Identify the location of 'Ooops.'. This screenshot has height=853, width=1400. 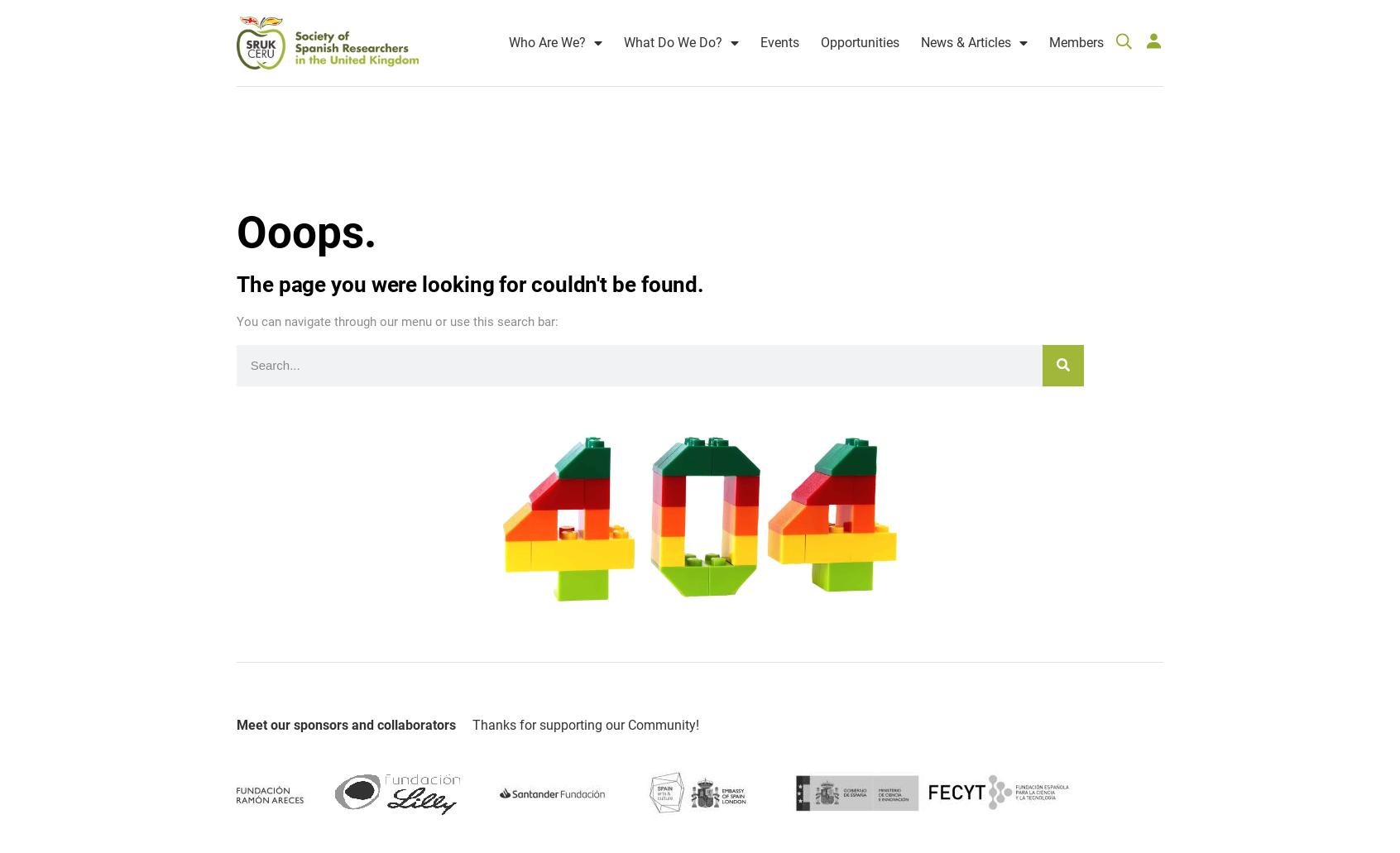
(235, 218).